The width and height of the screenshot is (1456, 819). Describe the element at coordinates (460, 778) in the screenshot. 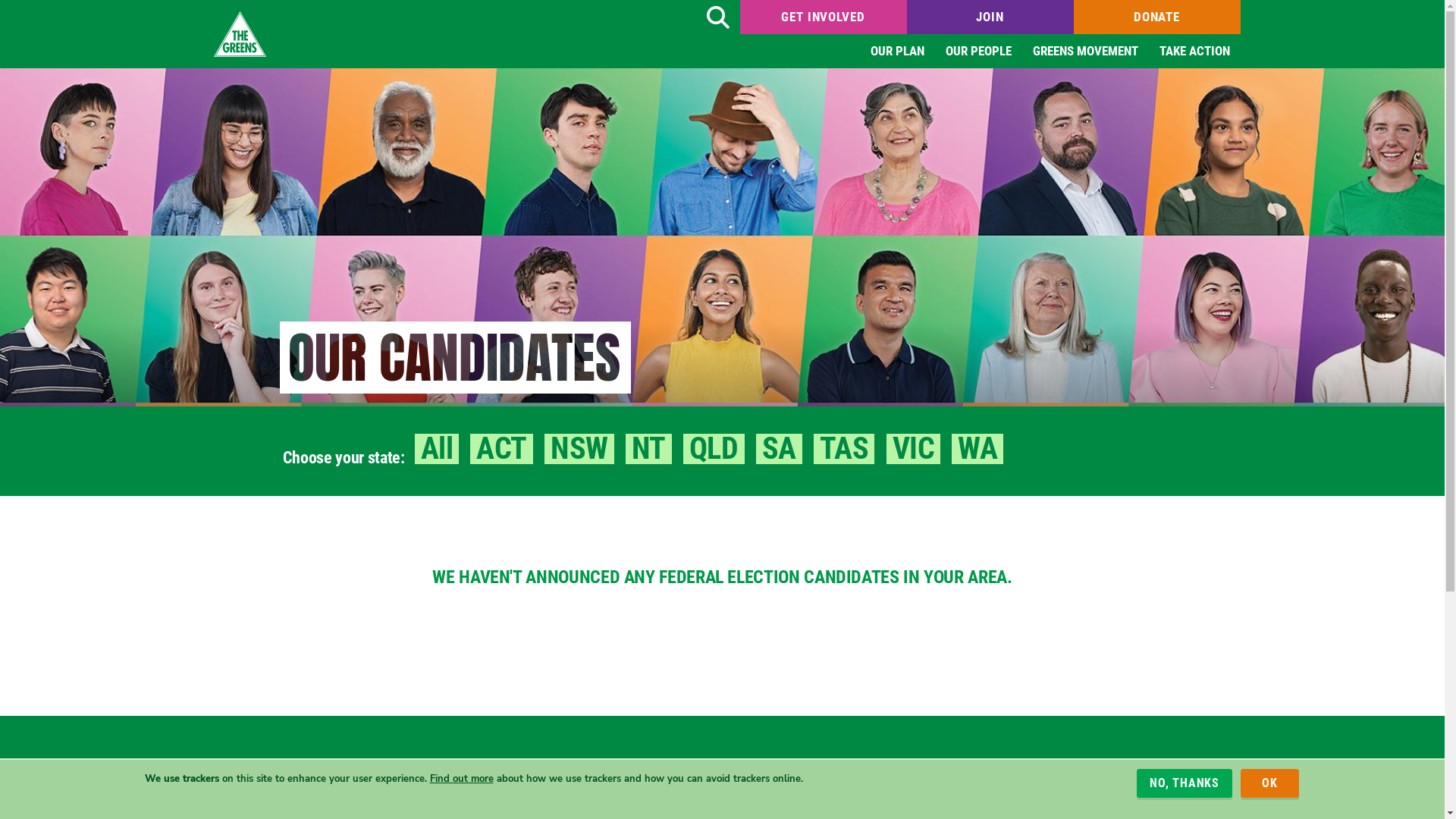

I see `'Find out more'` at that location.